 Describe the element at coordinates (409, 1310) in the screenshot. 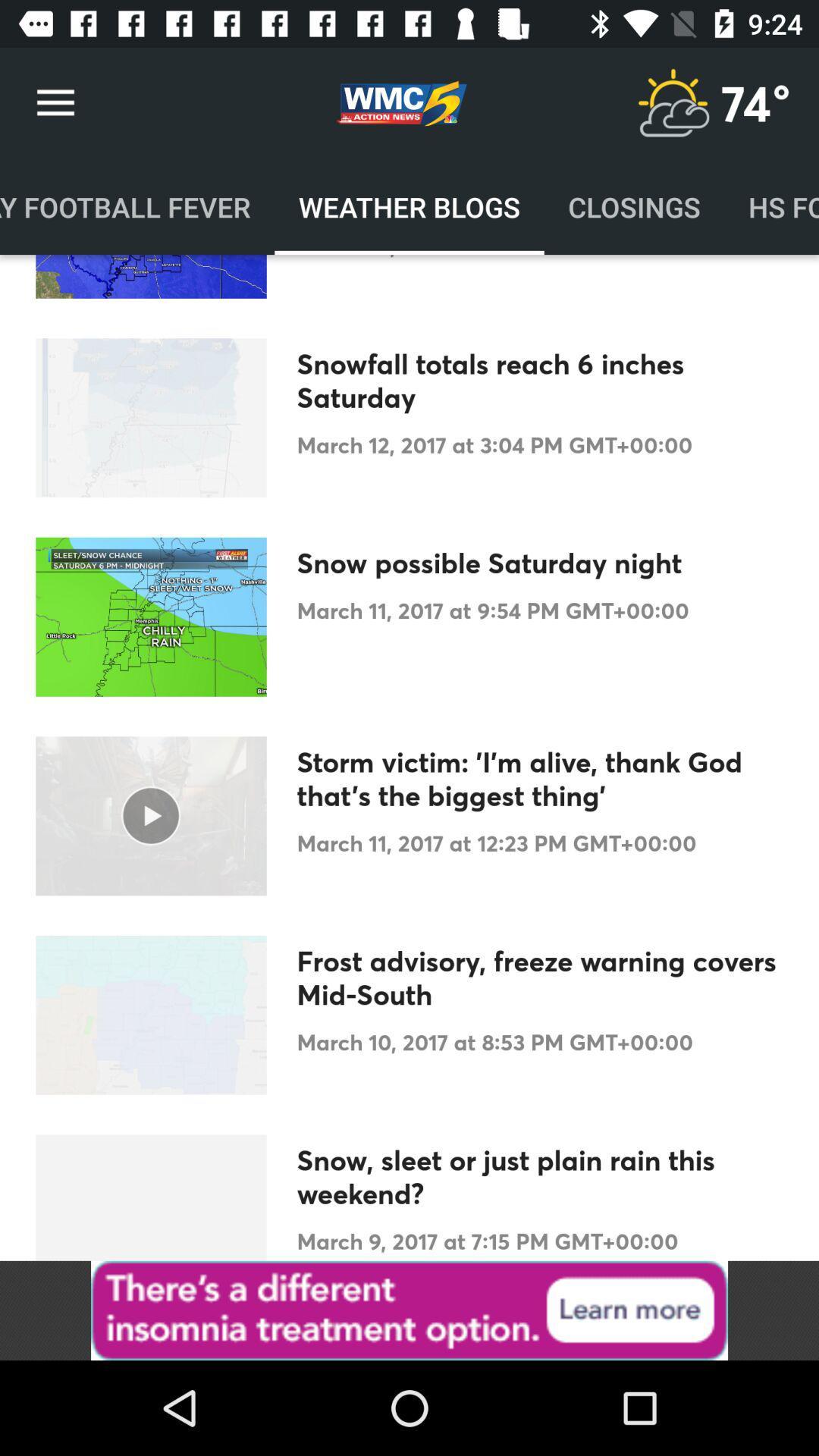

I see `advertisement area` at that location.